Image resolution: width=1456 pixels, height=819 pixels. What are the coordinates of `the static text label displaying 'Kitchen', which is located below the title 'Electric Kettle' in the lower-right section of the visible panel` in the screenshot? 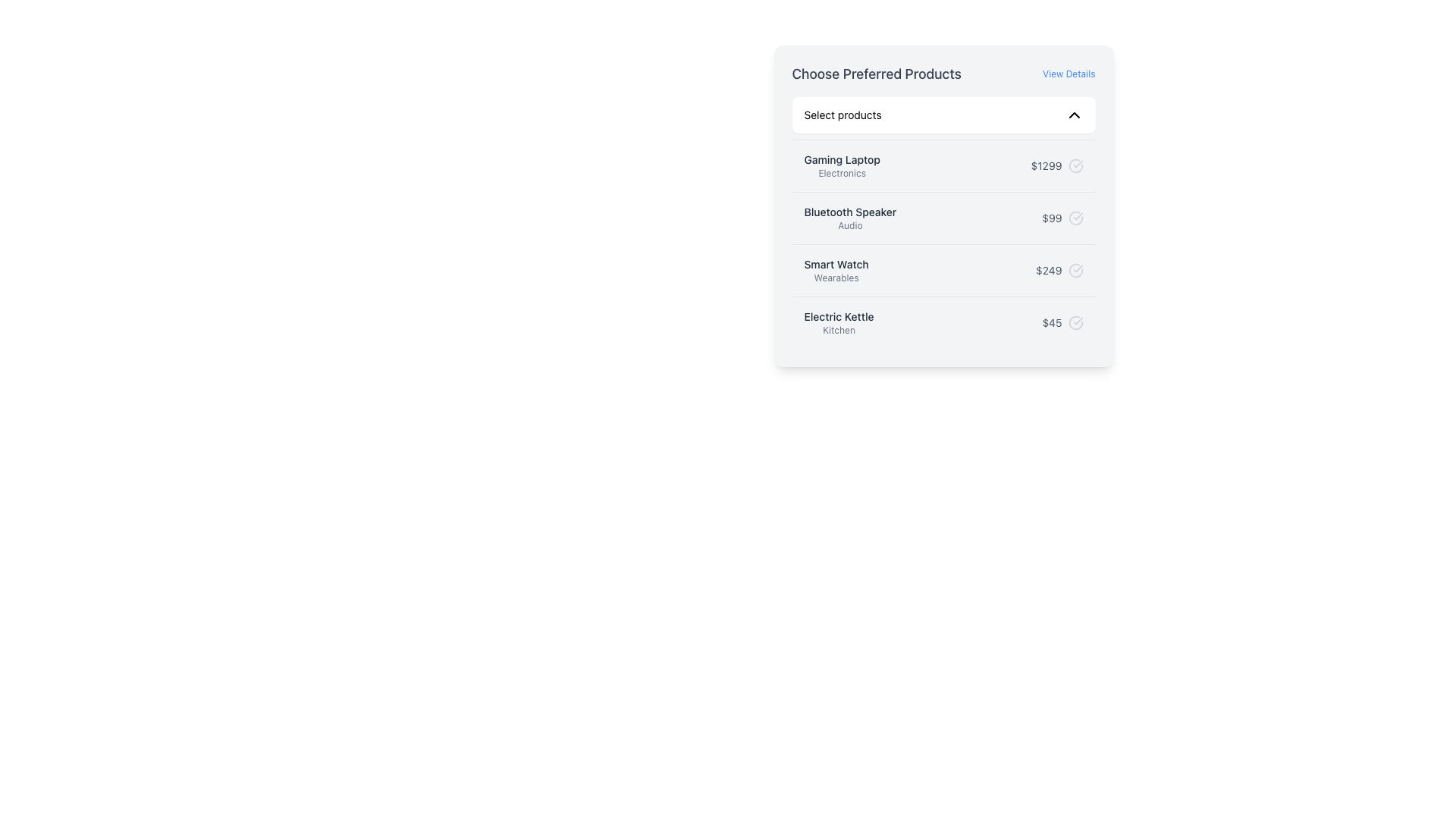 It's located at (838, 329).